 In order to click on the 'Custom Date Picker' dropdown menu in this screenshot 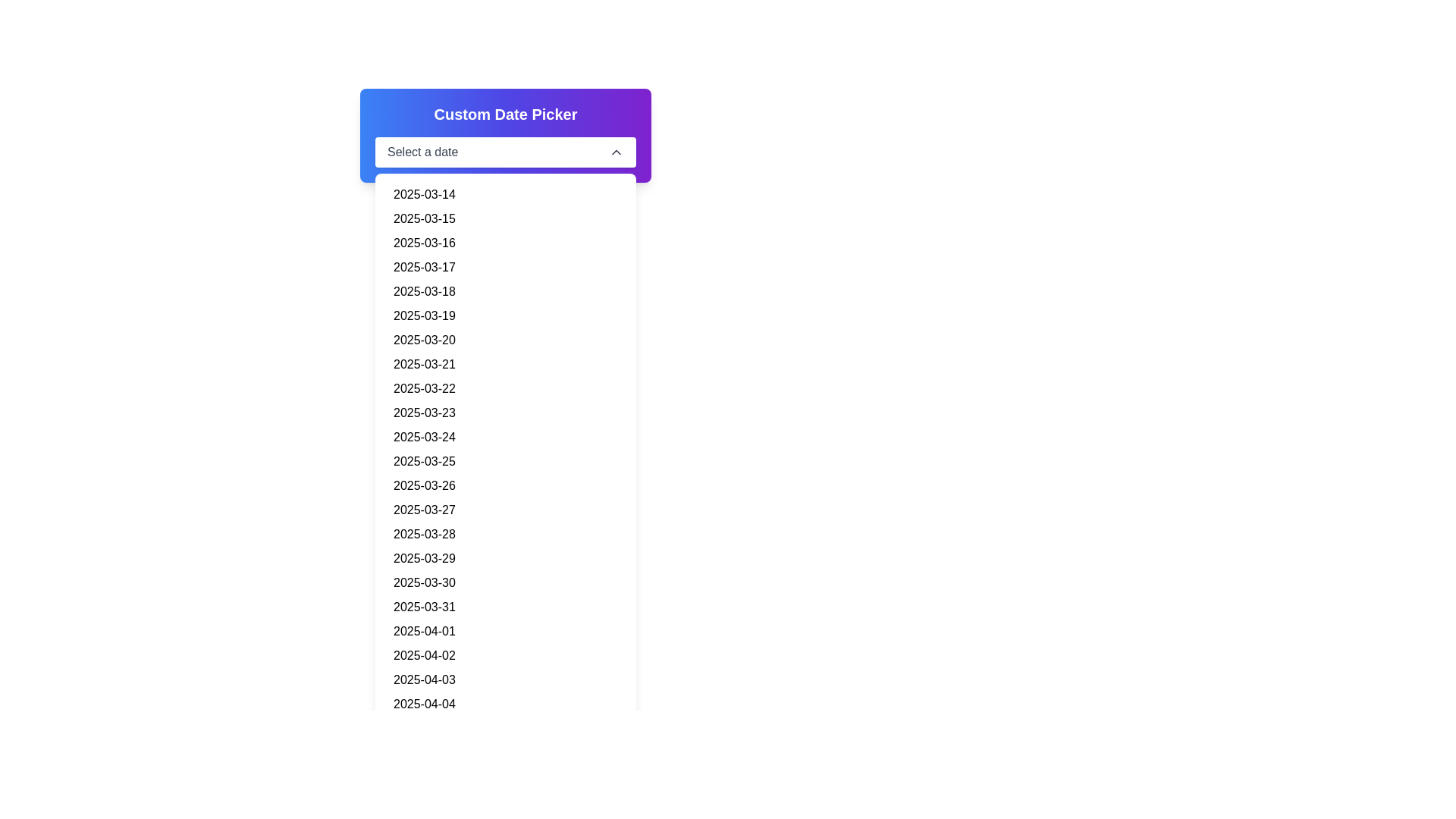, I will do `click(506, 134)`.